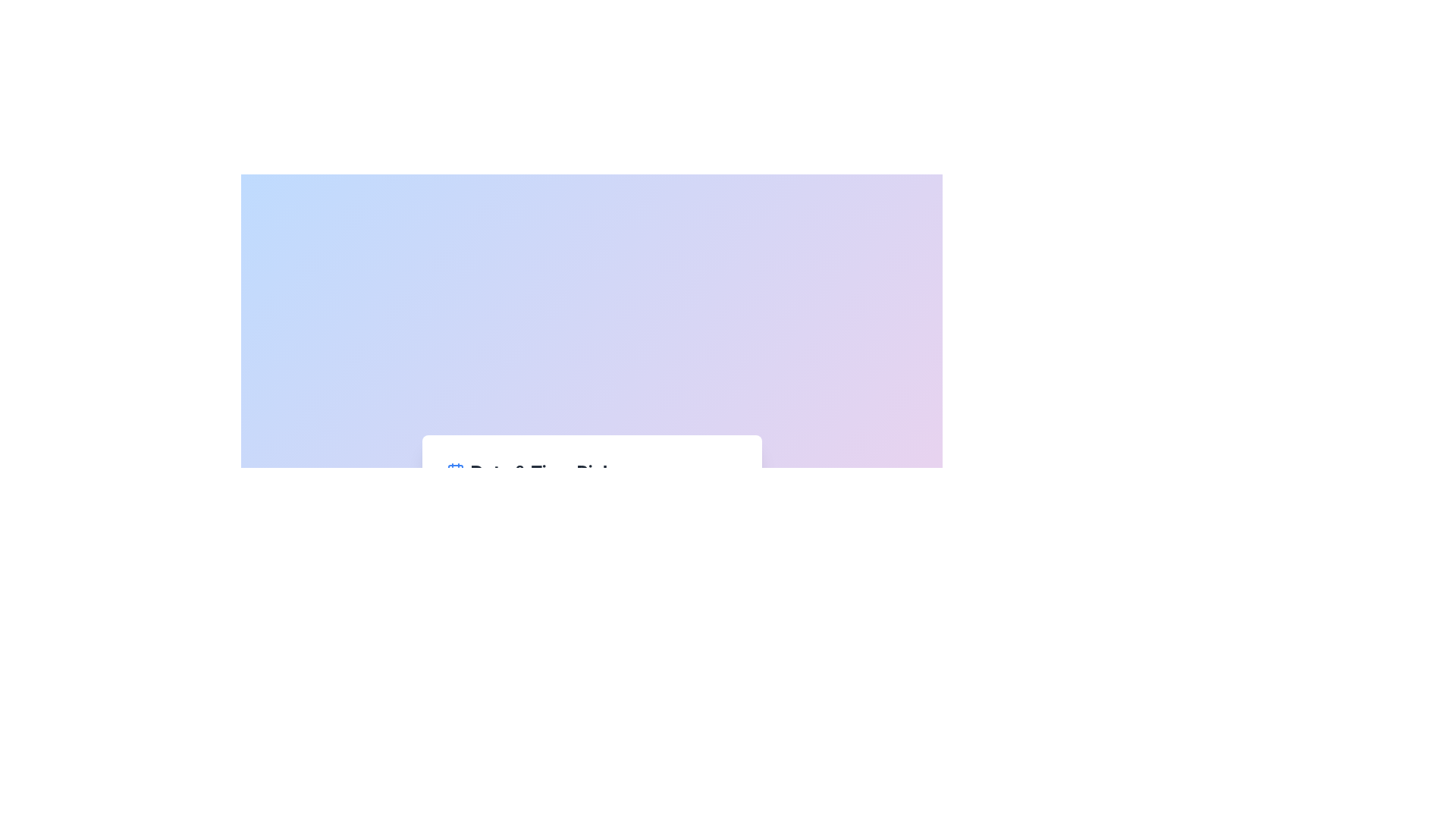  Describe the element at coordinates (591, 470) in the screenshot. I see `the Text Label with Icon that serves as a section title for date and time selection, positioned centrally in the modal dialog` at that location.